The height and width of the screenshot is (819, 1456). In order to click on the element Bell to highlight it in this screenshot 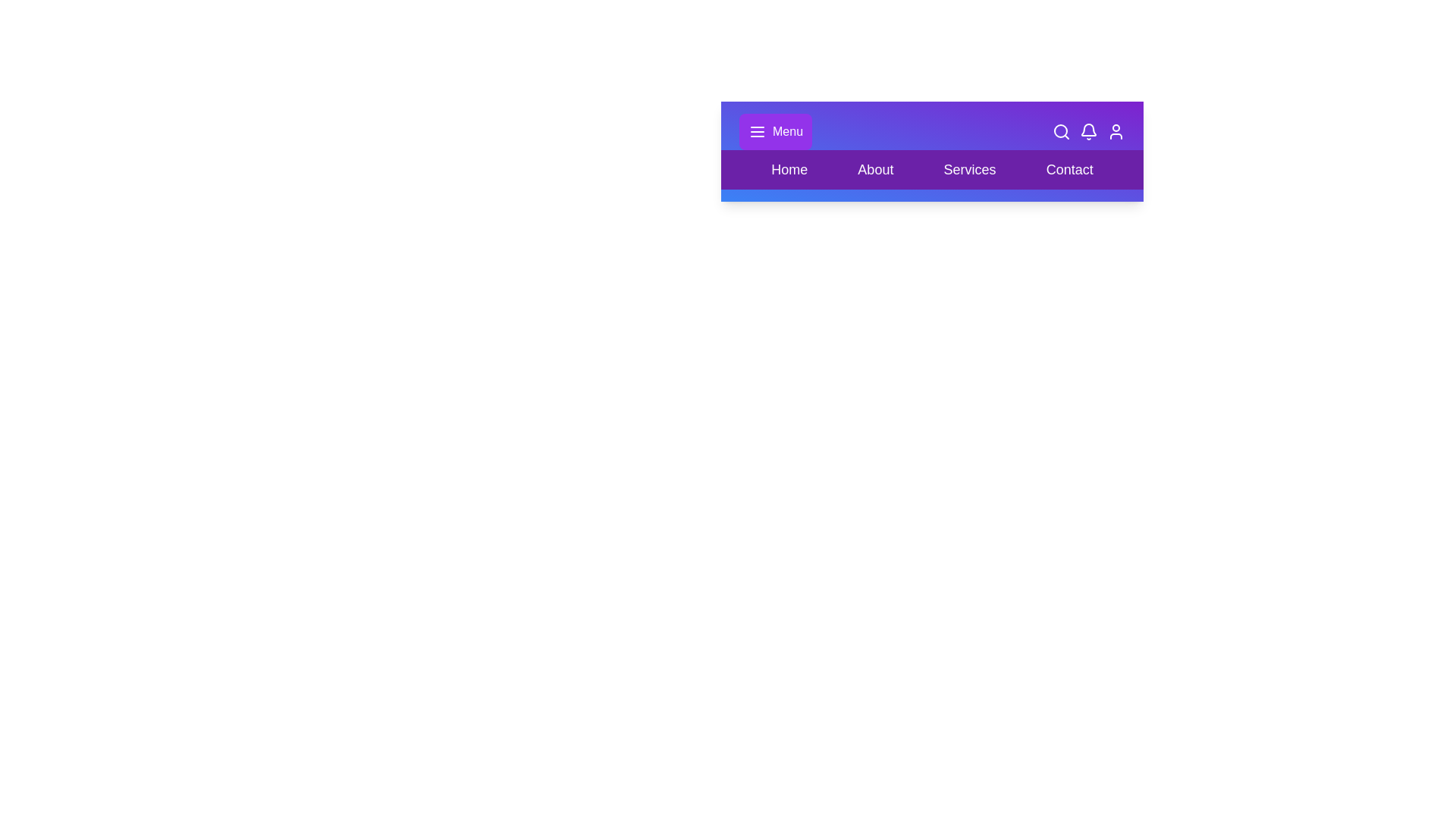, I will do `click(1087, 130)`.